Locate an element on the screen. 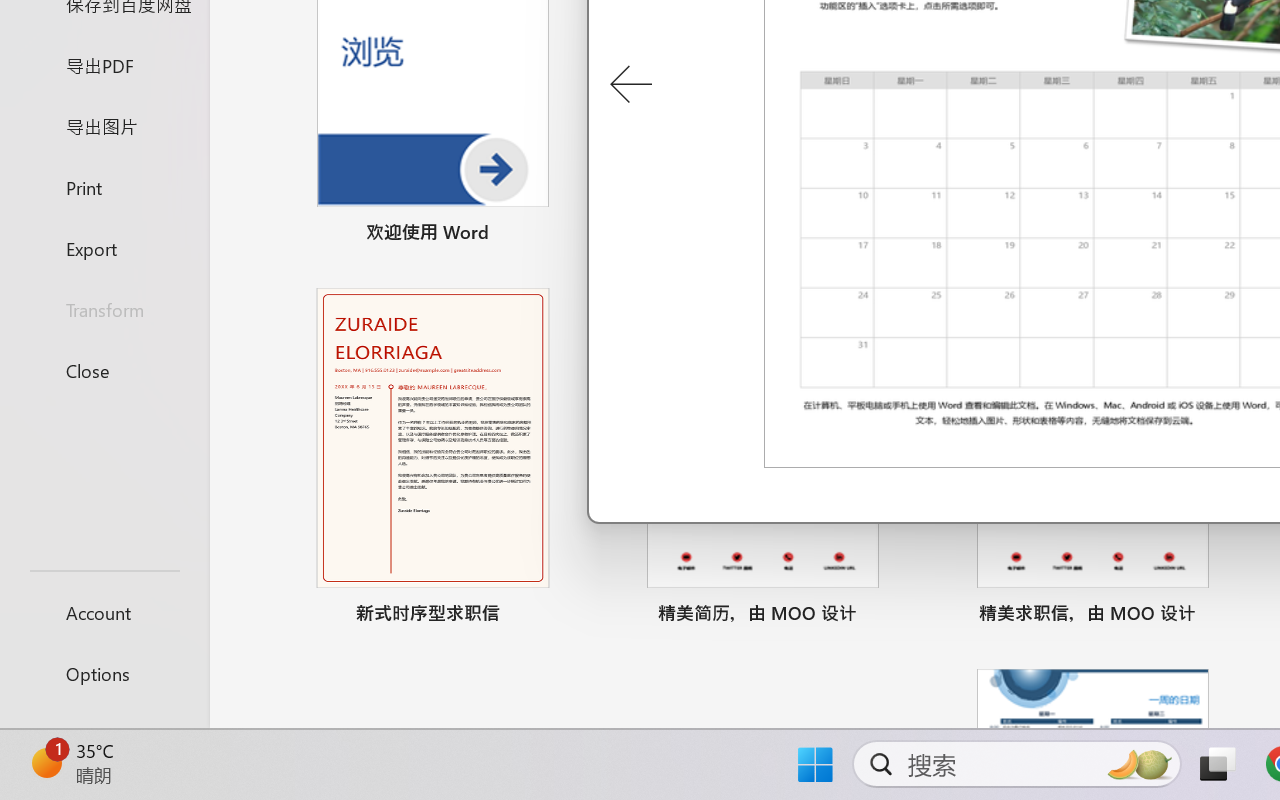 Image resolution: width=1280 pixels, height=800 pixels. 'Account' is located at coordinates (103, 612).